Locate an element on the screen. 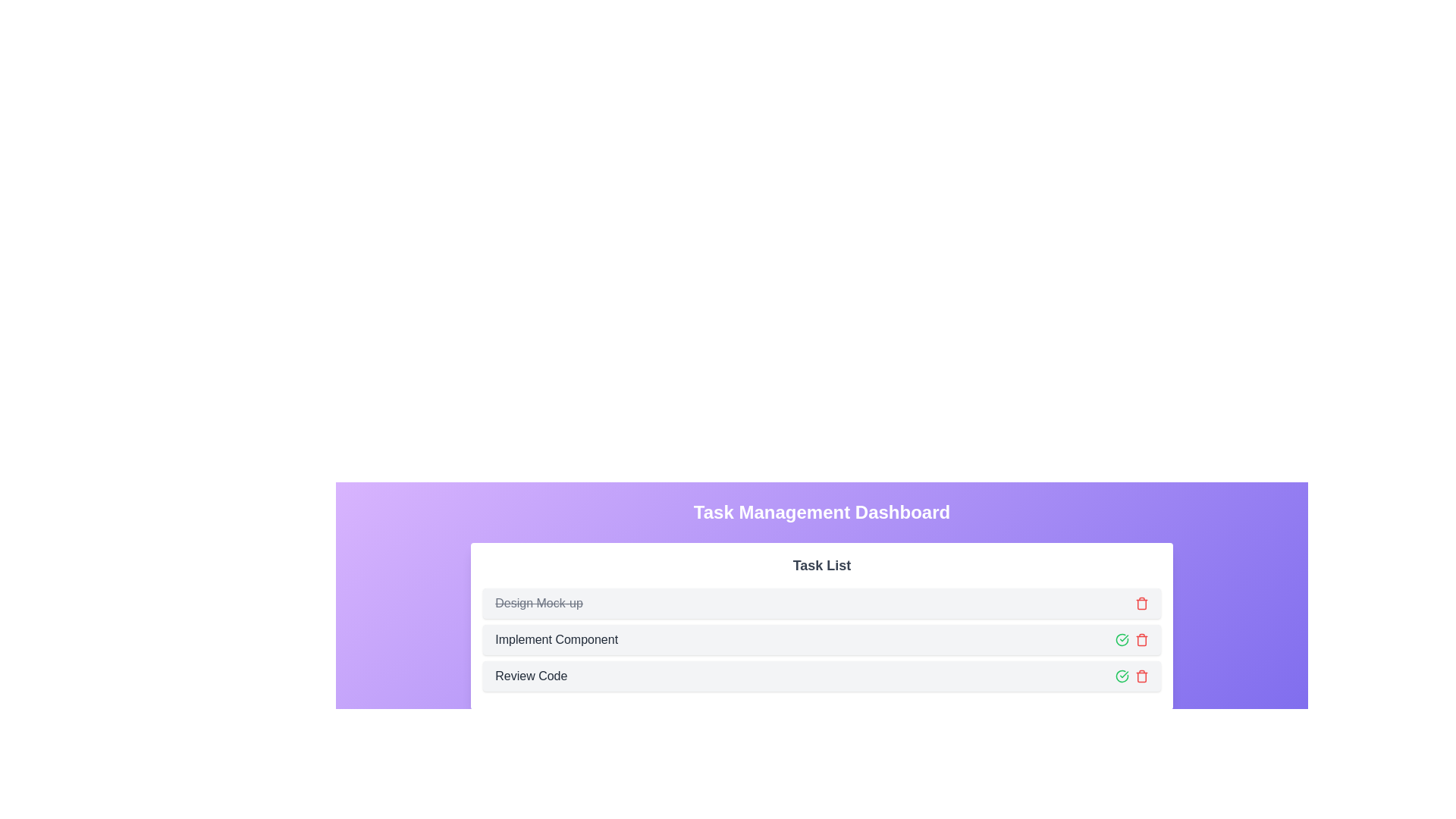 This screenshot has width=1456, height=819. the circular button with a green border and checkmark inside to mark the task as completed is located at coordinates (1122, 675).